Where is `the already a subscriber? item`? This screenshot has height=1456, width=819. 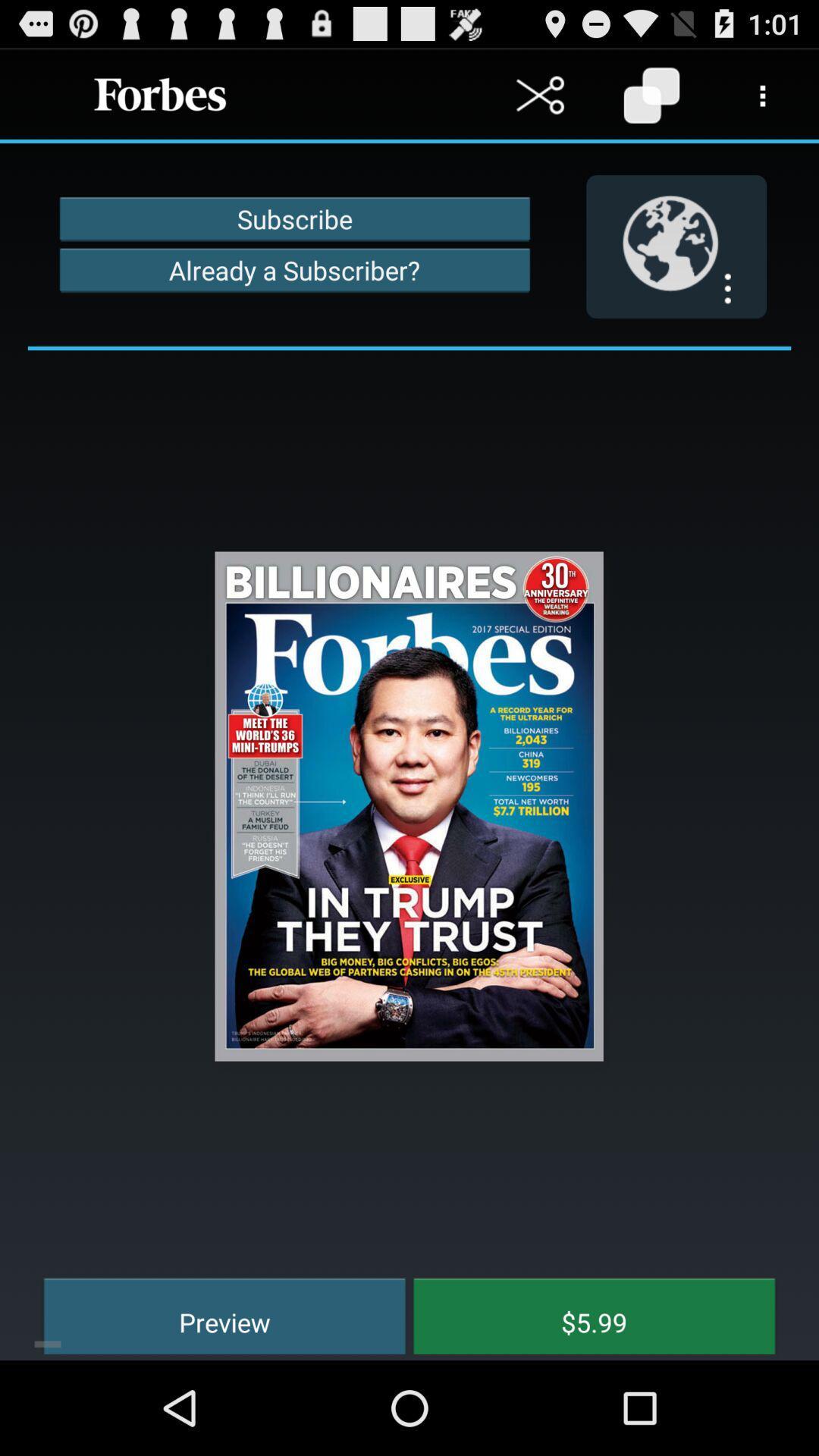
the already a subscriber? item is located at coordinates (294, 270).